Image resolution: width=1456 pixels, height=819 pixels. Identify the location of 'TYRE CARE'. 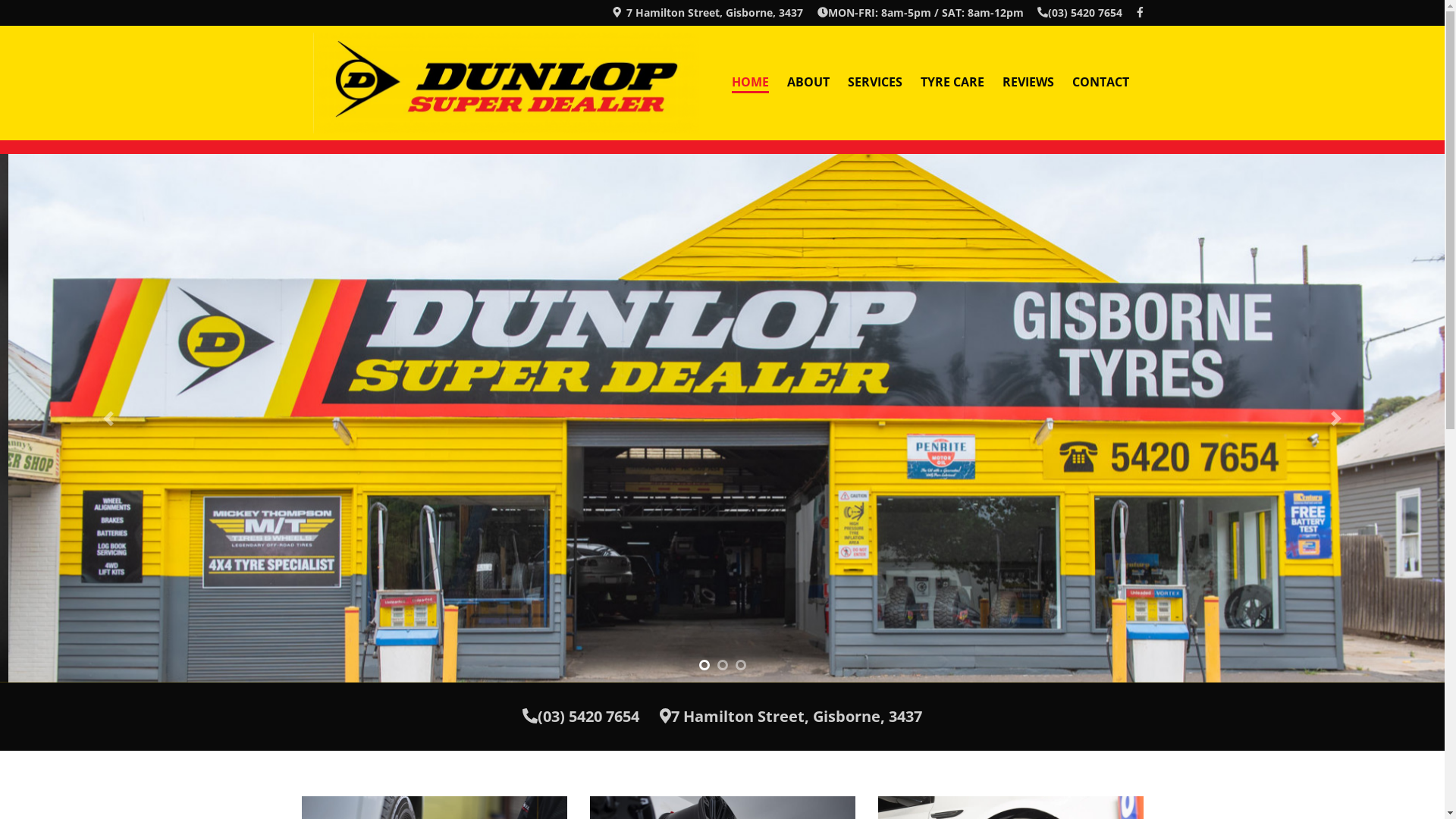
(952, 83).